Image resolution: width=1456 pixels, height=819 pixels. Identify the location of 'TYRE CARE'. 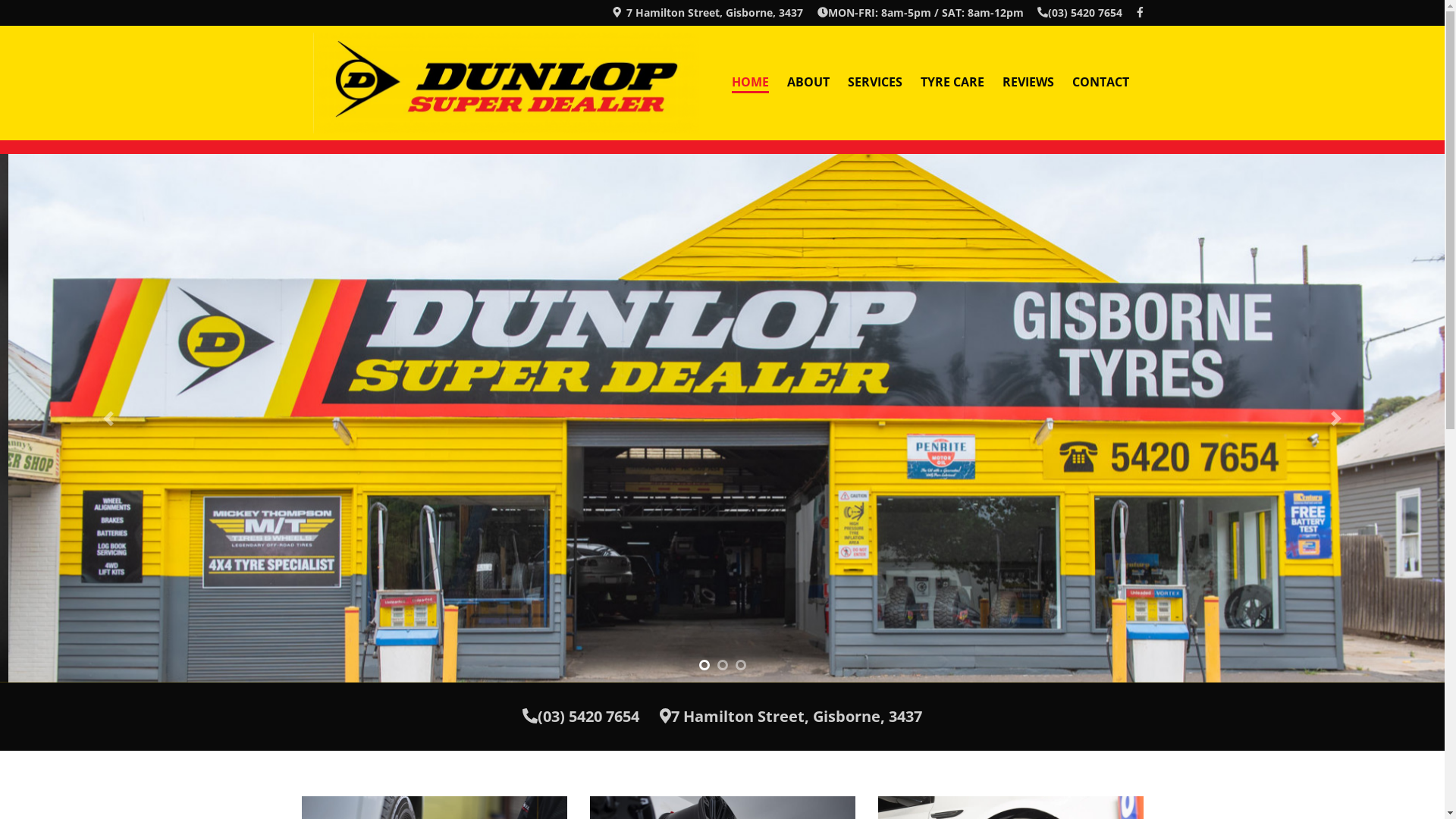
(952, 83).